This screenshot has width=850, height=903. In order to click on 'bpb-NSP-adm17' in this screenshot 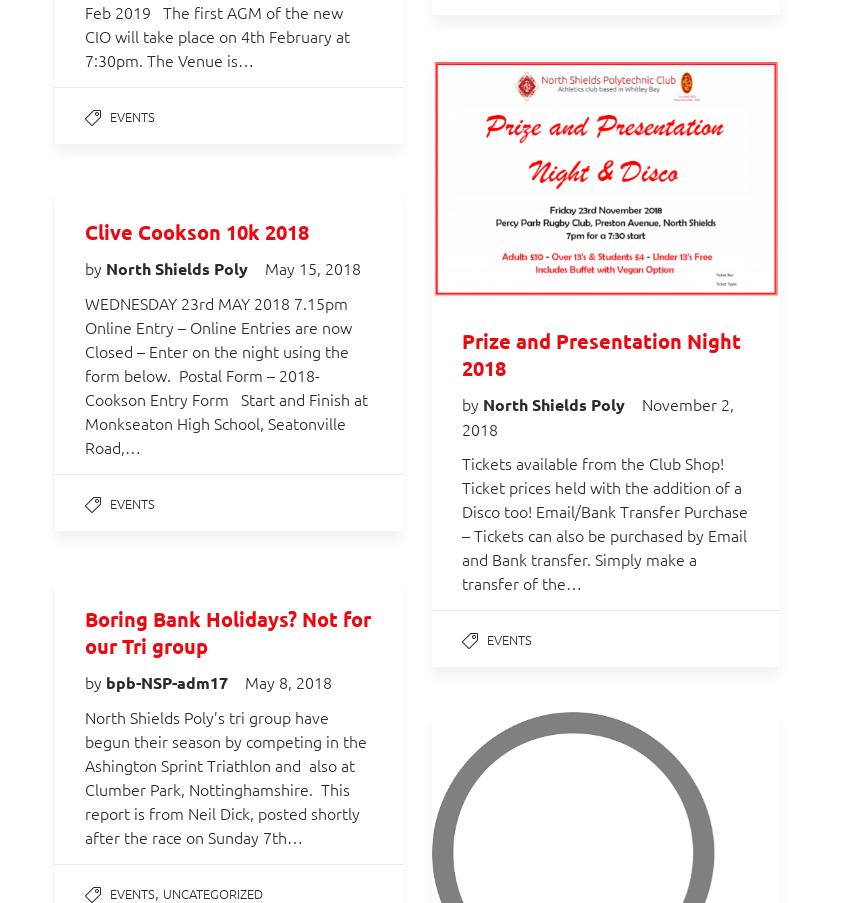, I will do `click(168, 681)`.